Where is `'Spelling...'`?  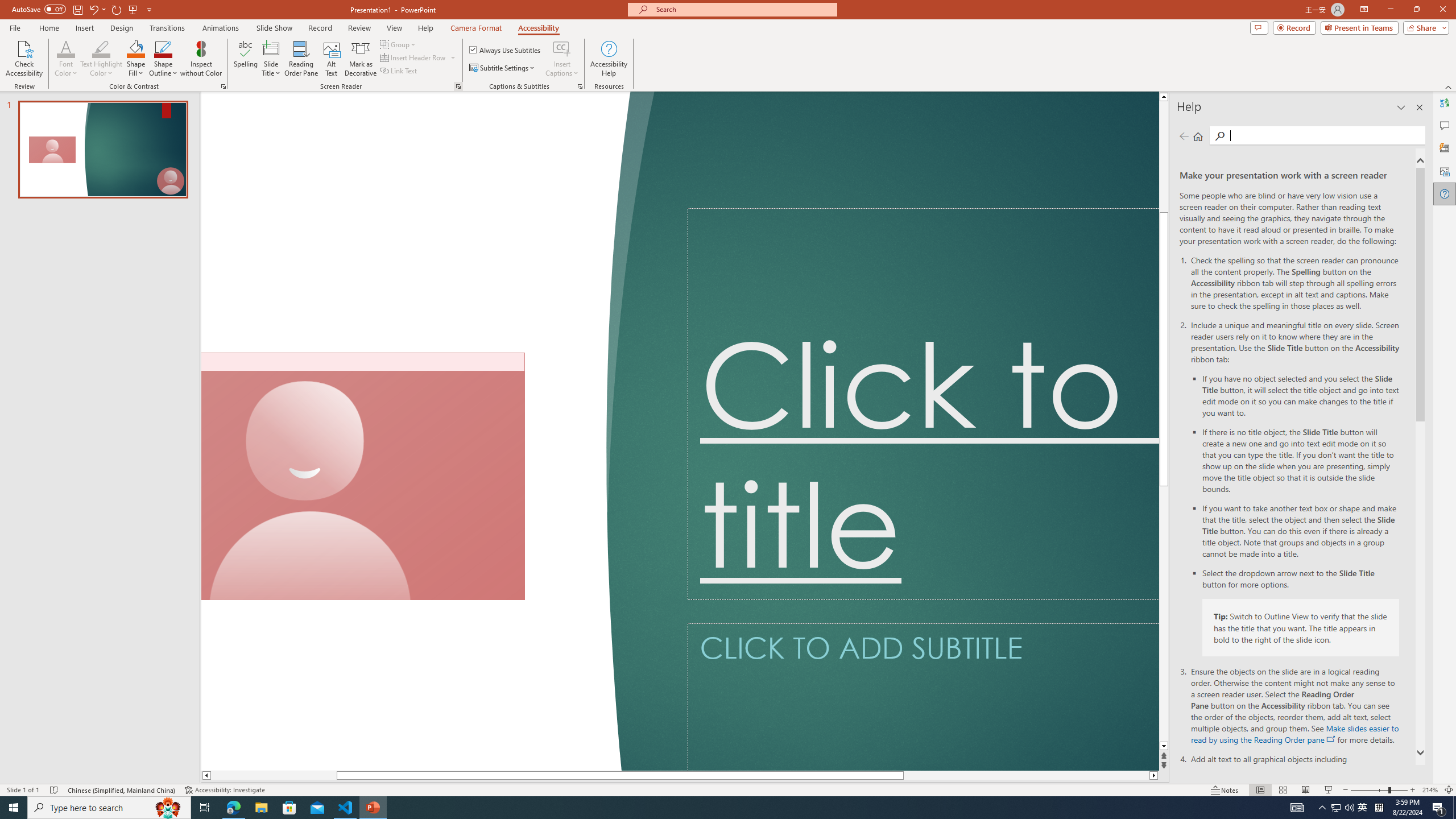 'Spelling...' is located at coordinates (246, 59).